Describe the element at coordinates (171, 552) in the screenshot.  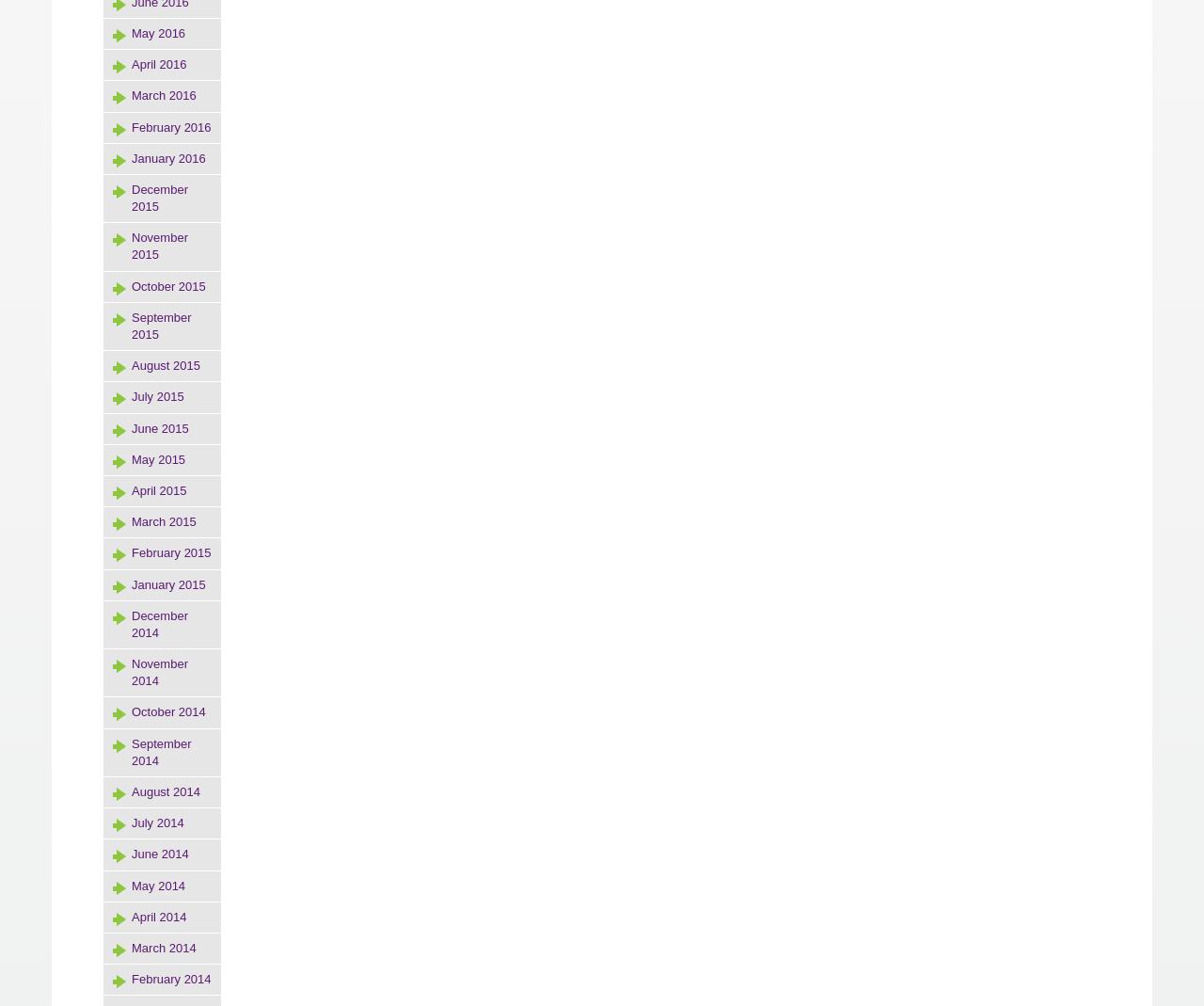
I see `'February 2015'` at that location.